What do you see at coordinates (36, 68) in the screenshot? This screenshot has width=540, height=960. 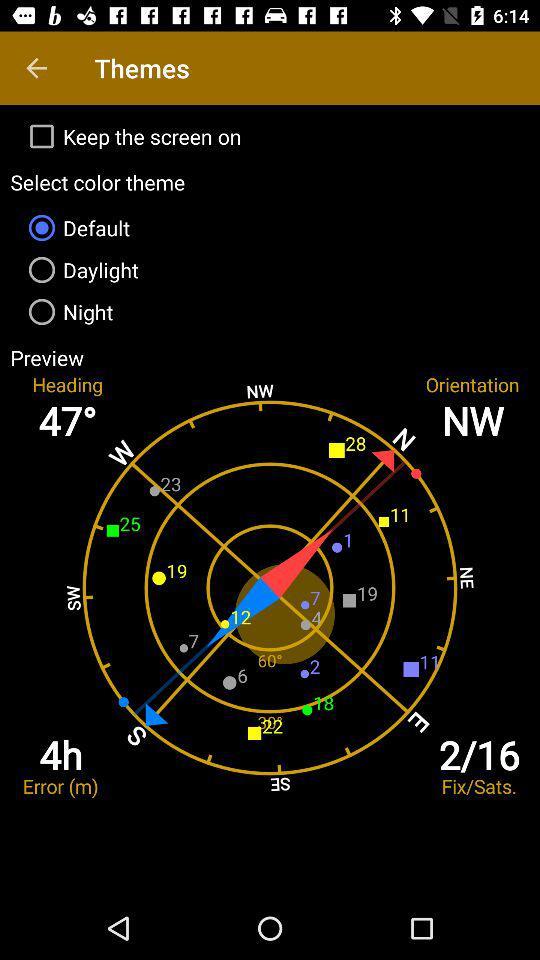 I see `icon next to the themes icon` at bounding box center [36, 68].